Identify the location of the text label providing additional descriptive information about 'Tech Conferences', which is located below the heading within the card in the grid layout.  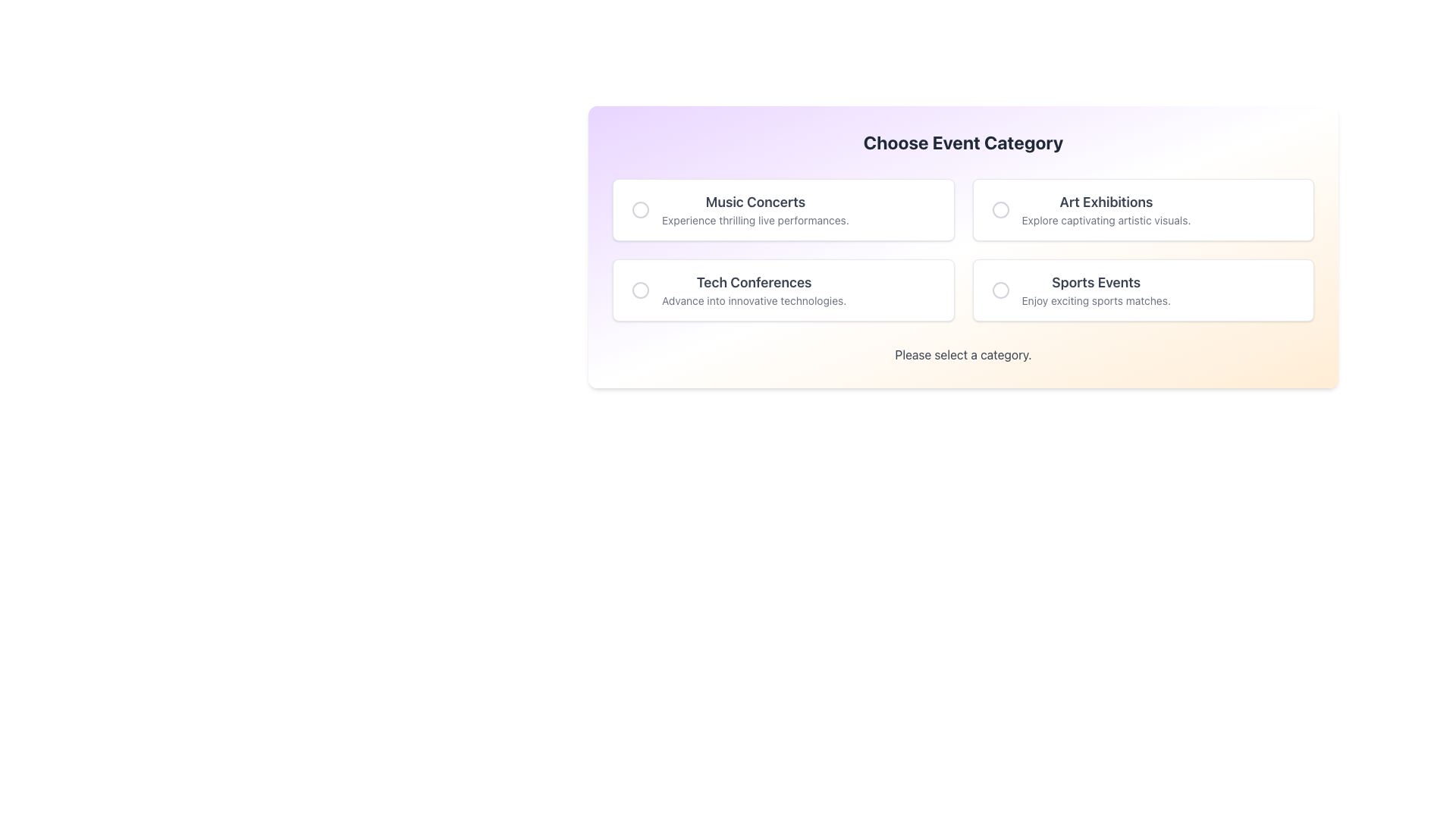
(754, 301).